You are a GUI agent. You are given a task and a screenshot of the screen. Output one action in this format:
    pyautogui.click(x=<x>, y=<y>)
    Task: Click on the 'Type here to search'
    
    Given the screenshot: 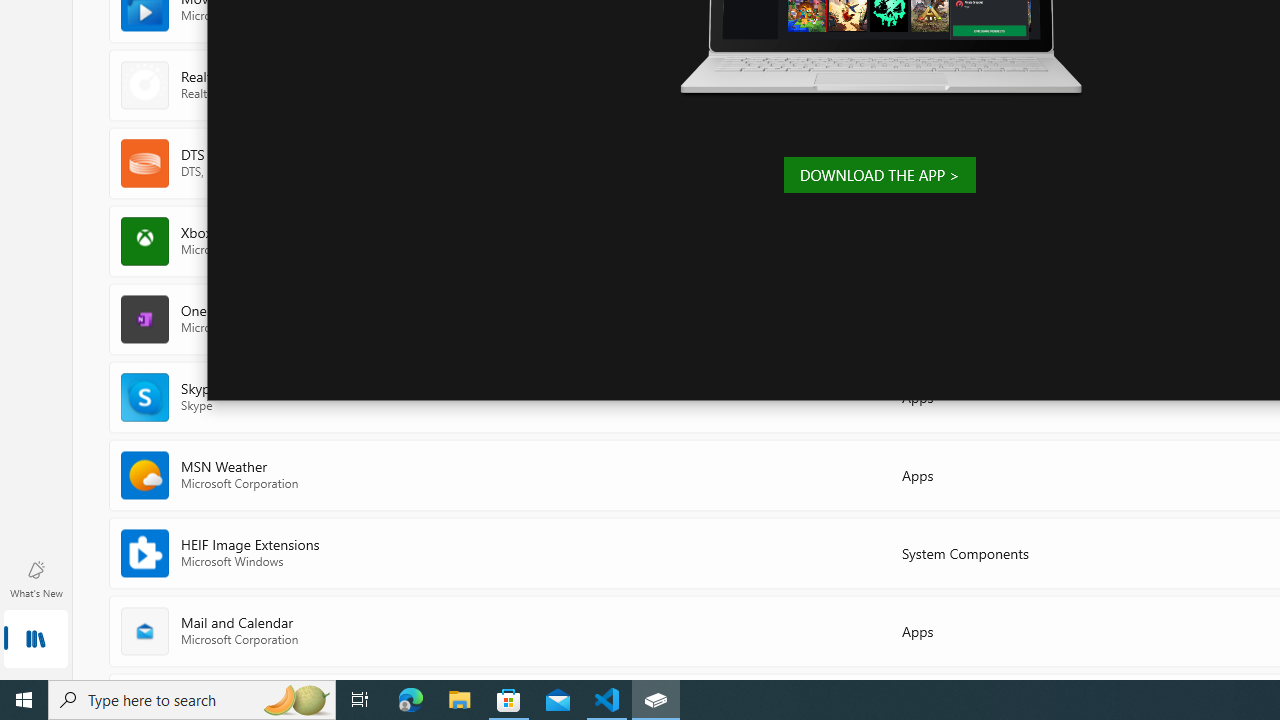 What is the action you would take?
    pyautogui.click(x=192, y=698)
    